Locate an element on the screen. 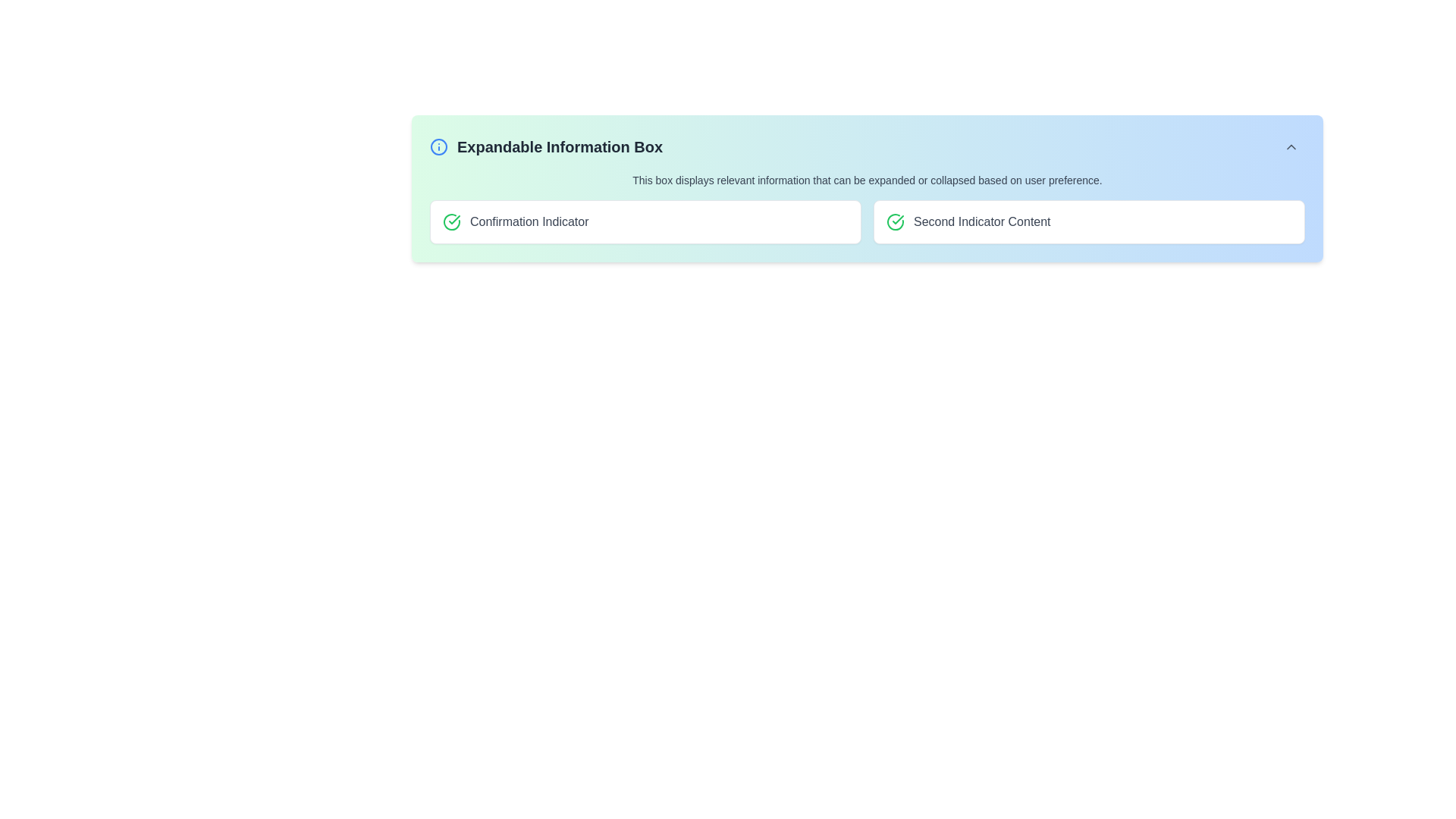 The height and width of the screenshot is (819, 1456). the small upward-facing chevron icon button located at the top-right corner of the 'Expandable Information Box' to change its background color to light gray is located at coordinates (1291, 146).